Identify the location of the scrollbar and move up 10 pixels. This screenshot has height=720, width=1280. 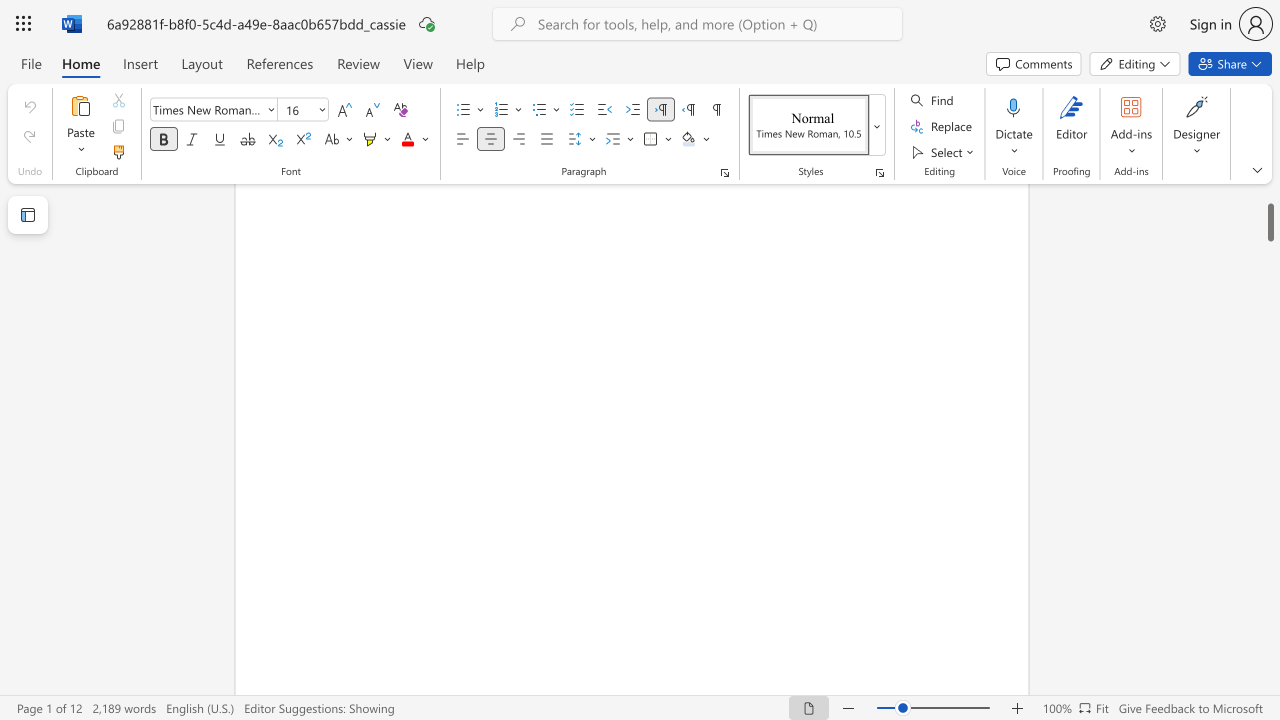
(1269, 208).